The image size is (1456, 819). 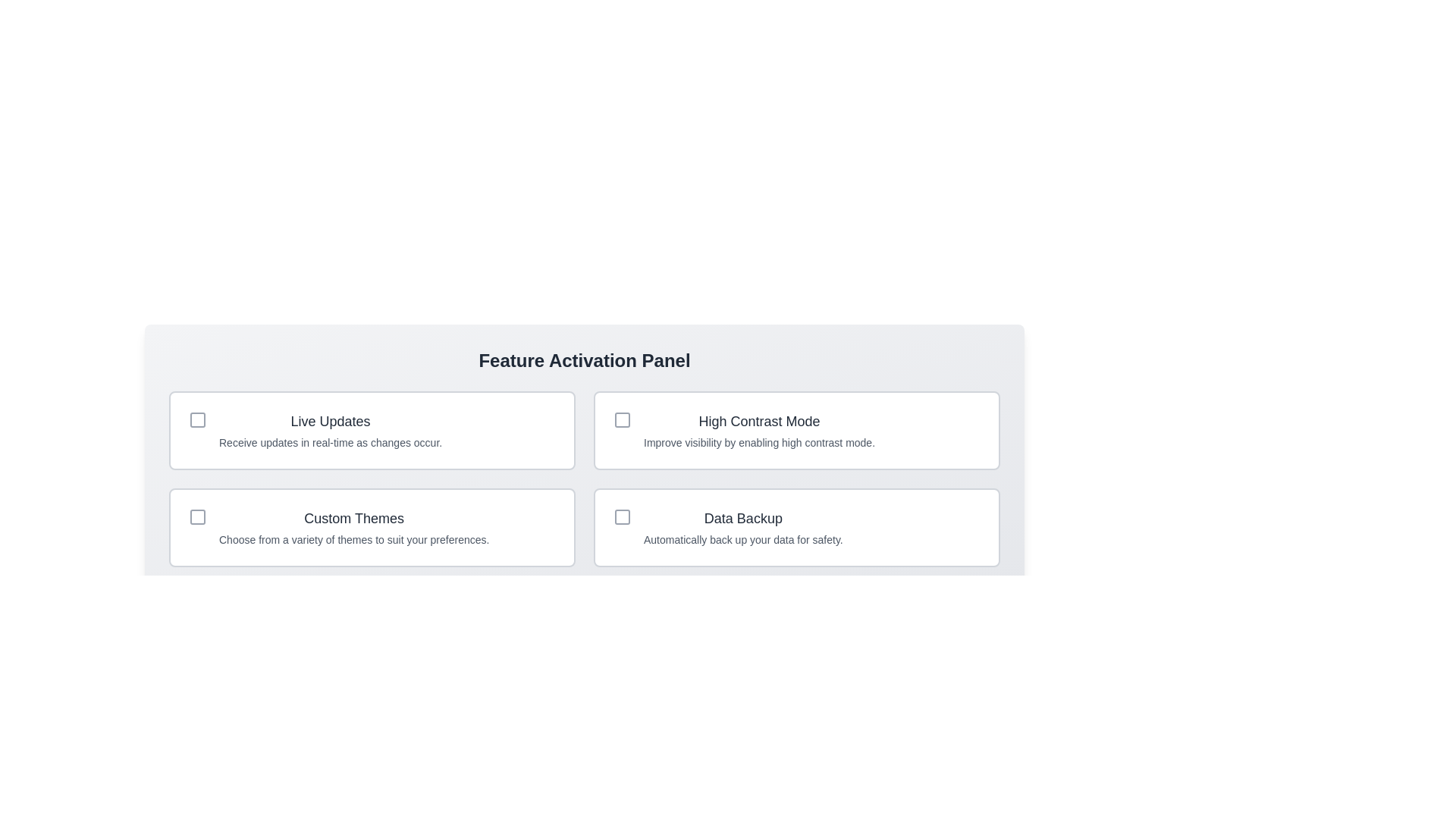 I want to click on descriptive text of the second Option Card with Checkbox that enables high contrast mode, located in the first row of a 2-column grid layout, so click(x=796, y=430).